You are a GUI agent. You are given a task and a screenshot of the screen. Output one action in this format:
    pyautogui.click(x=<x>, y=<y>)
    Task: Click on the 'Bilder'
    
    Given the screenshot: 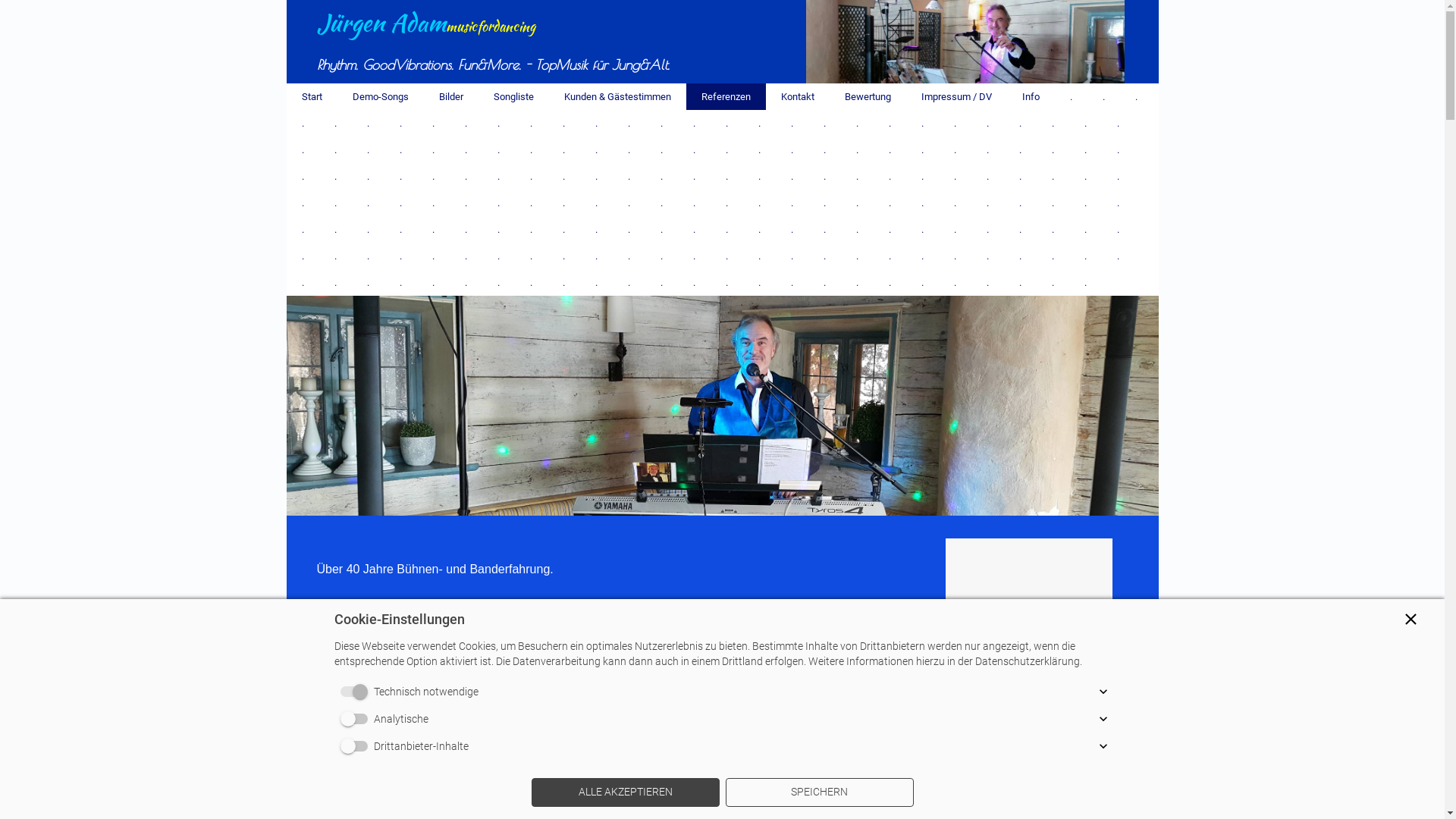 What is the action you would take?
    pyautogui.click(x=450, y=96)
    